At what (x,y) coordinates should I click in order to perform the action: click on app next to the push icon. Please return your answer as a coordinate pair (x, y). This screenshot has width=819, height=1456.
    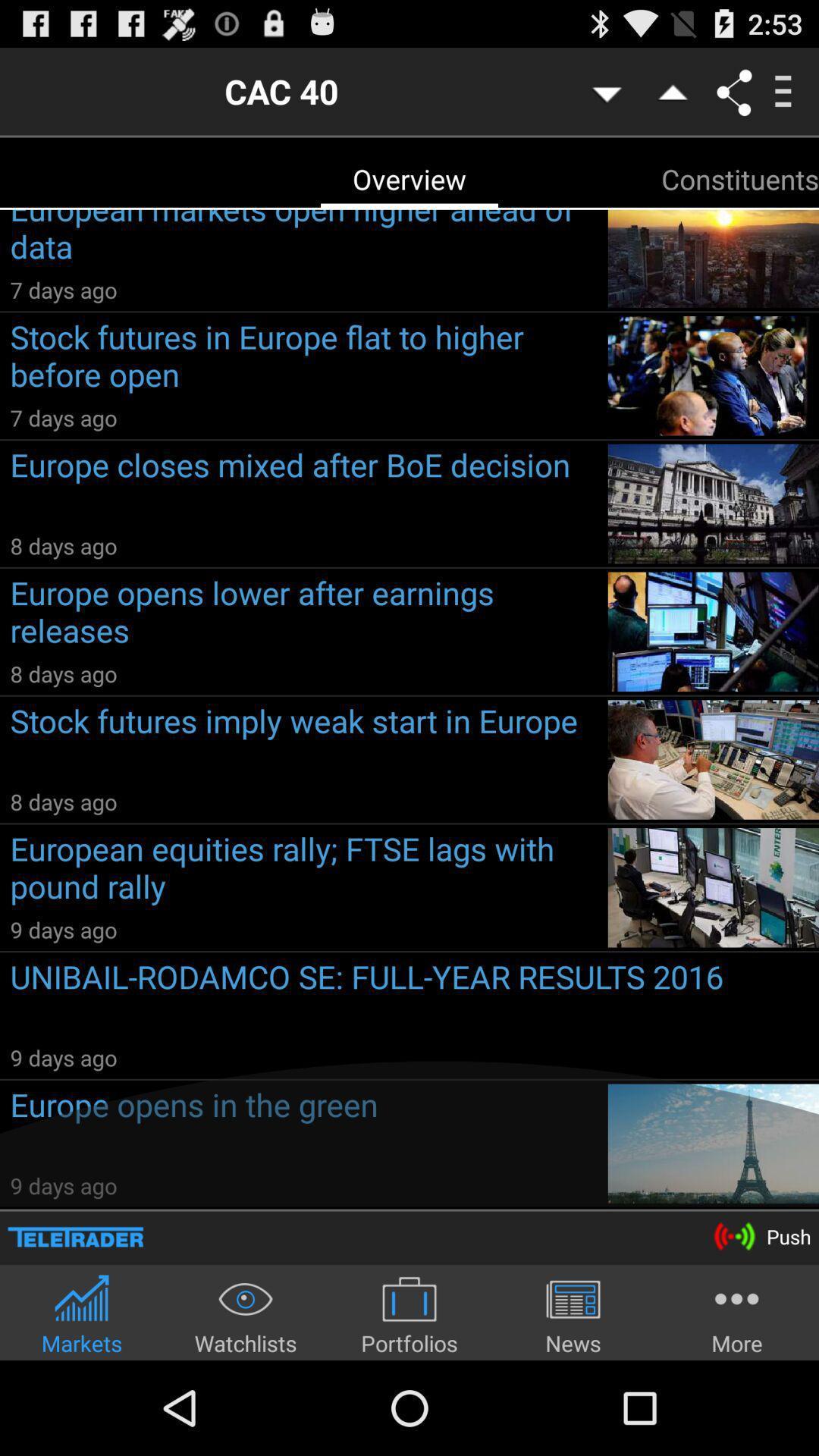
    Looking at the image, I should click on (75, 1237).